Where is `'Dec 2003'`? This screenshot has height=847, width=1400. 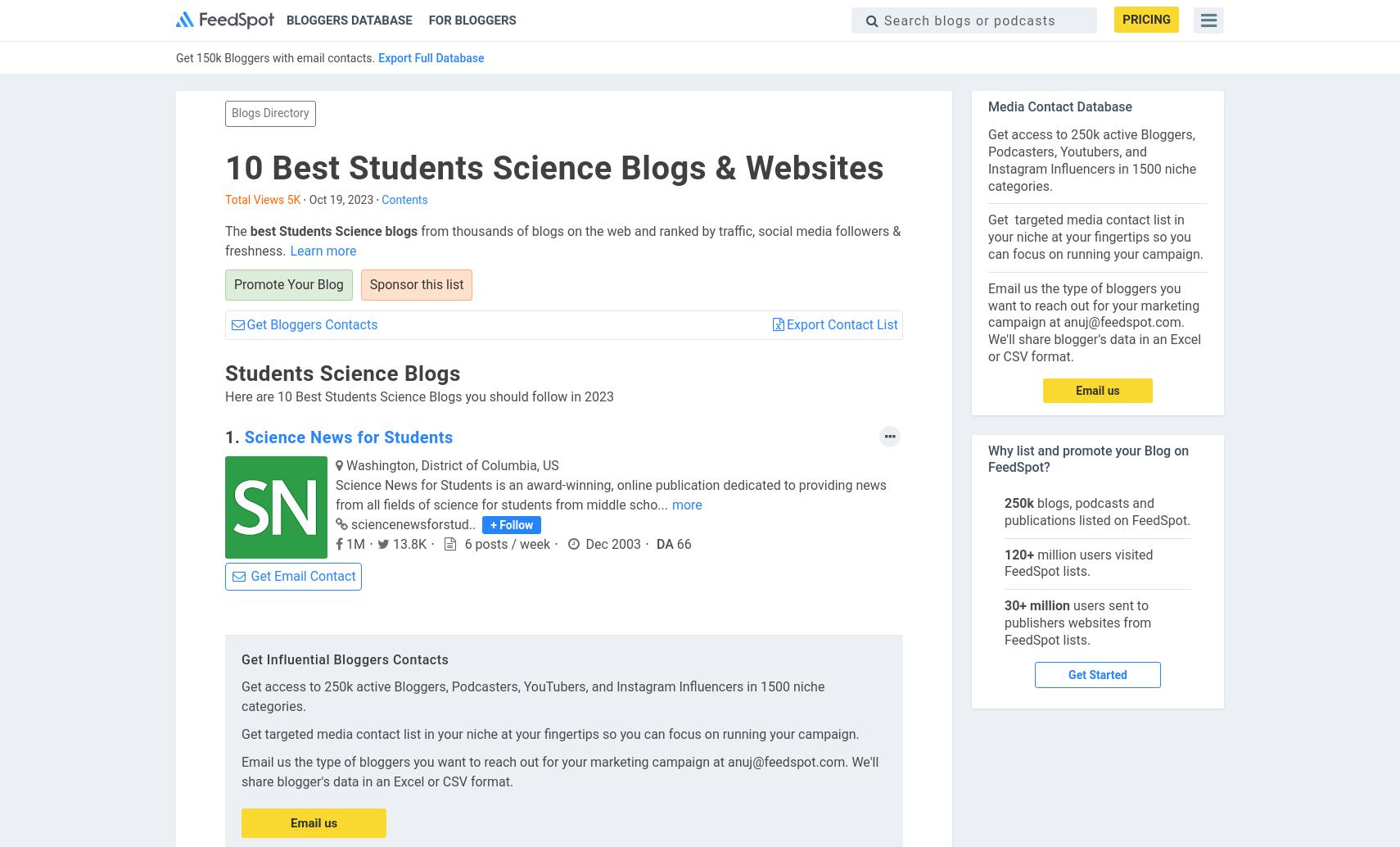 'Dec 2003' is located at coordinates (612, 544).